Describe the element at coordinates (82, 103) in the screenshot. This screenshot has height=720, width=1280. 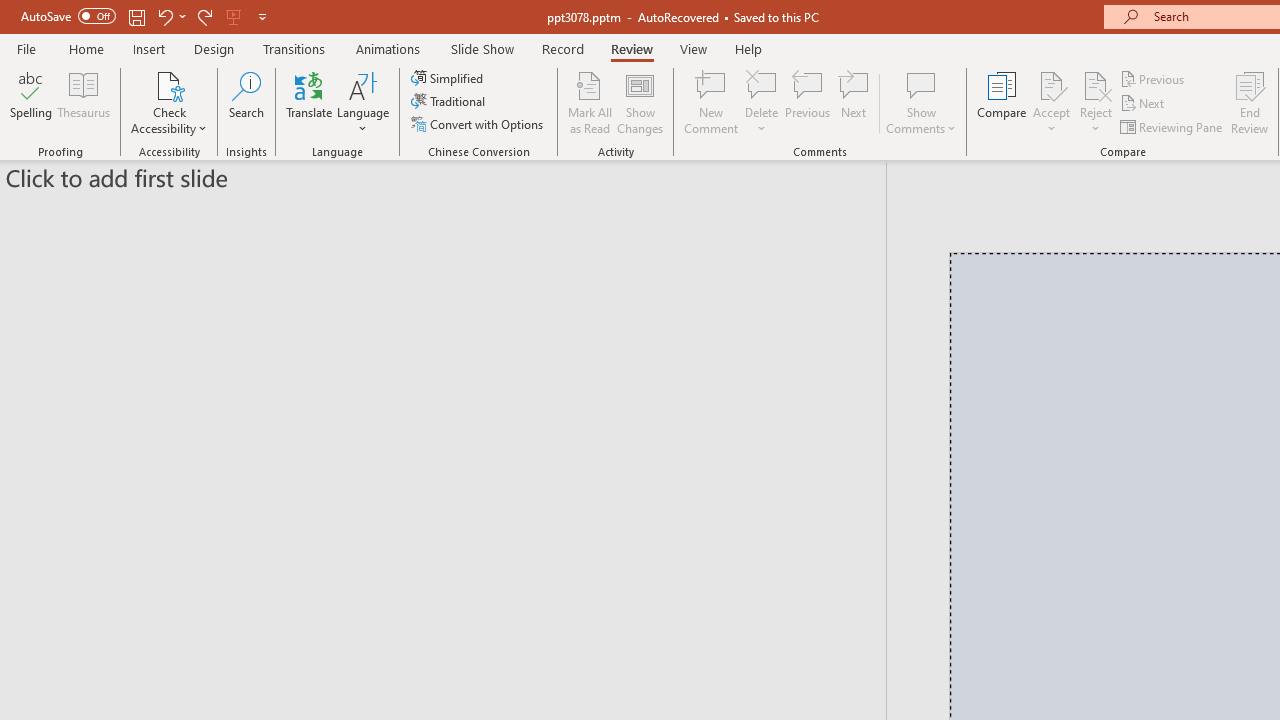
I see `'Thesaurus...'` at that location.